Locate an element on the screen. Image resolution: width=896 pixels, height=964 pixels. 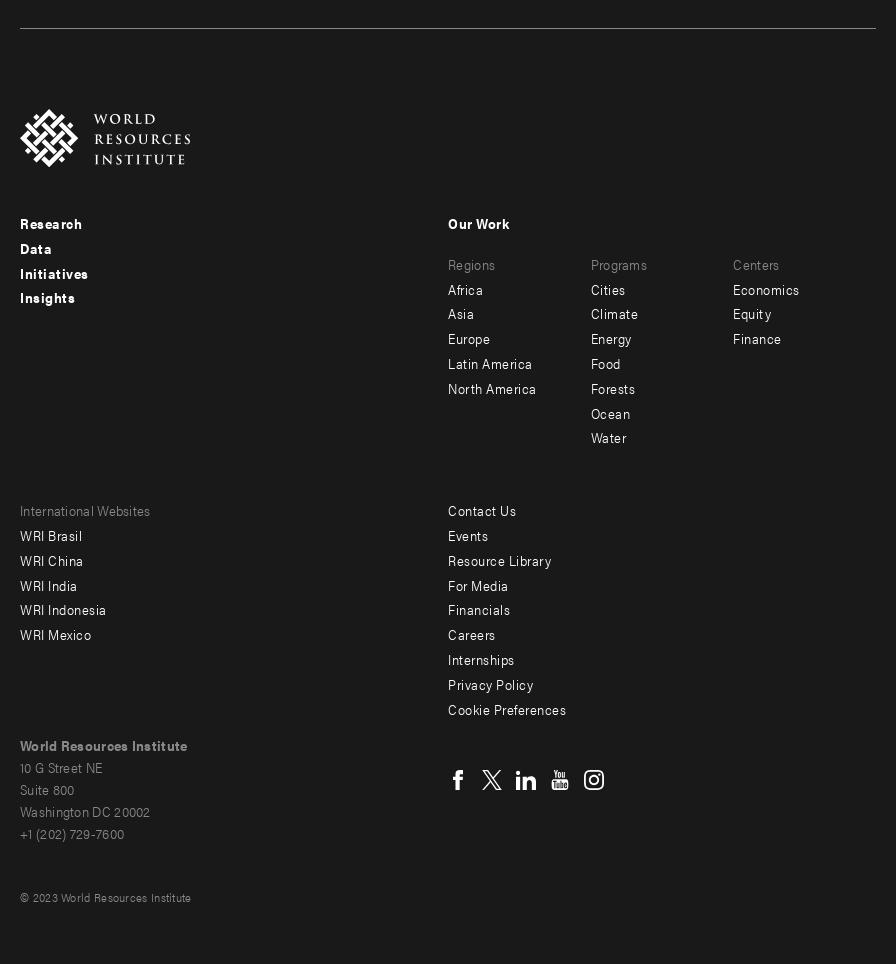
'Contact Us' is located at coordinates (448, 508).